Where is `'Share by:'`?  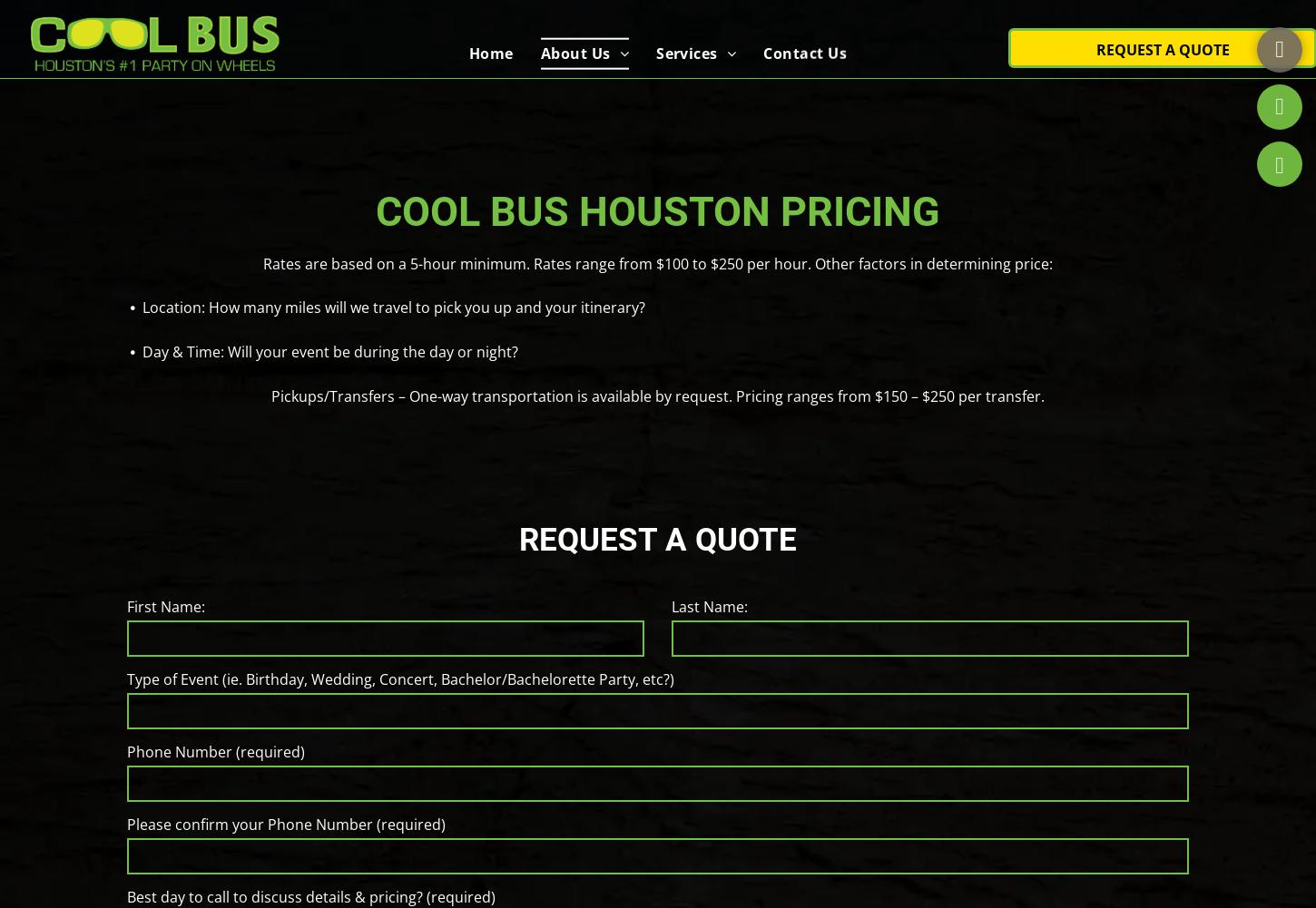
'Share by:' is located at coordinates (74, 45).